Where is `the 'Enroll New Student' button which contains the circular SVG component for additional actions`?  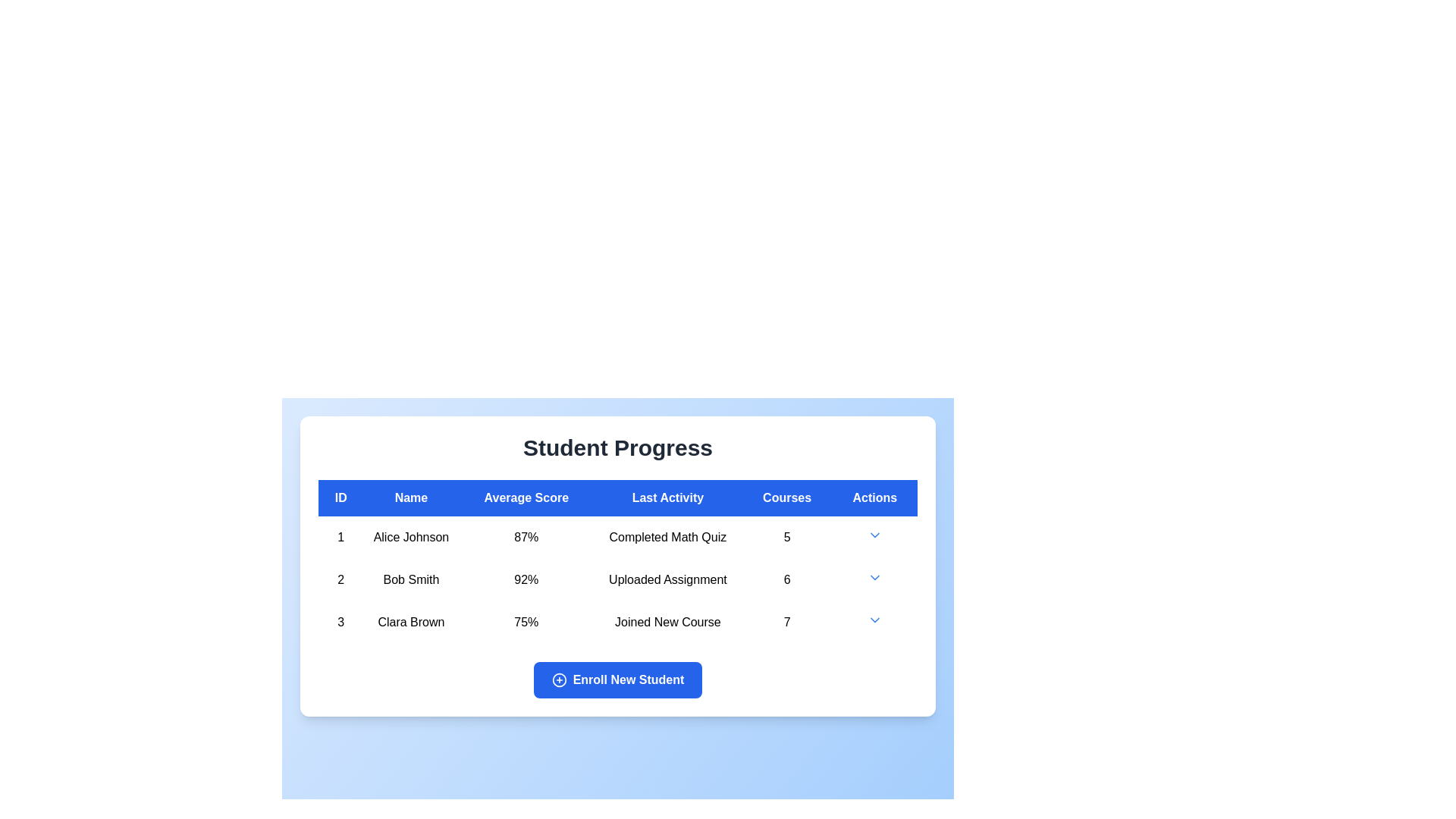
the 'Enroll New Student' button which contains the circular SVG component for additional actions is located at coordinates (558, 679).